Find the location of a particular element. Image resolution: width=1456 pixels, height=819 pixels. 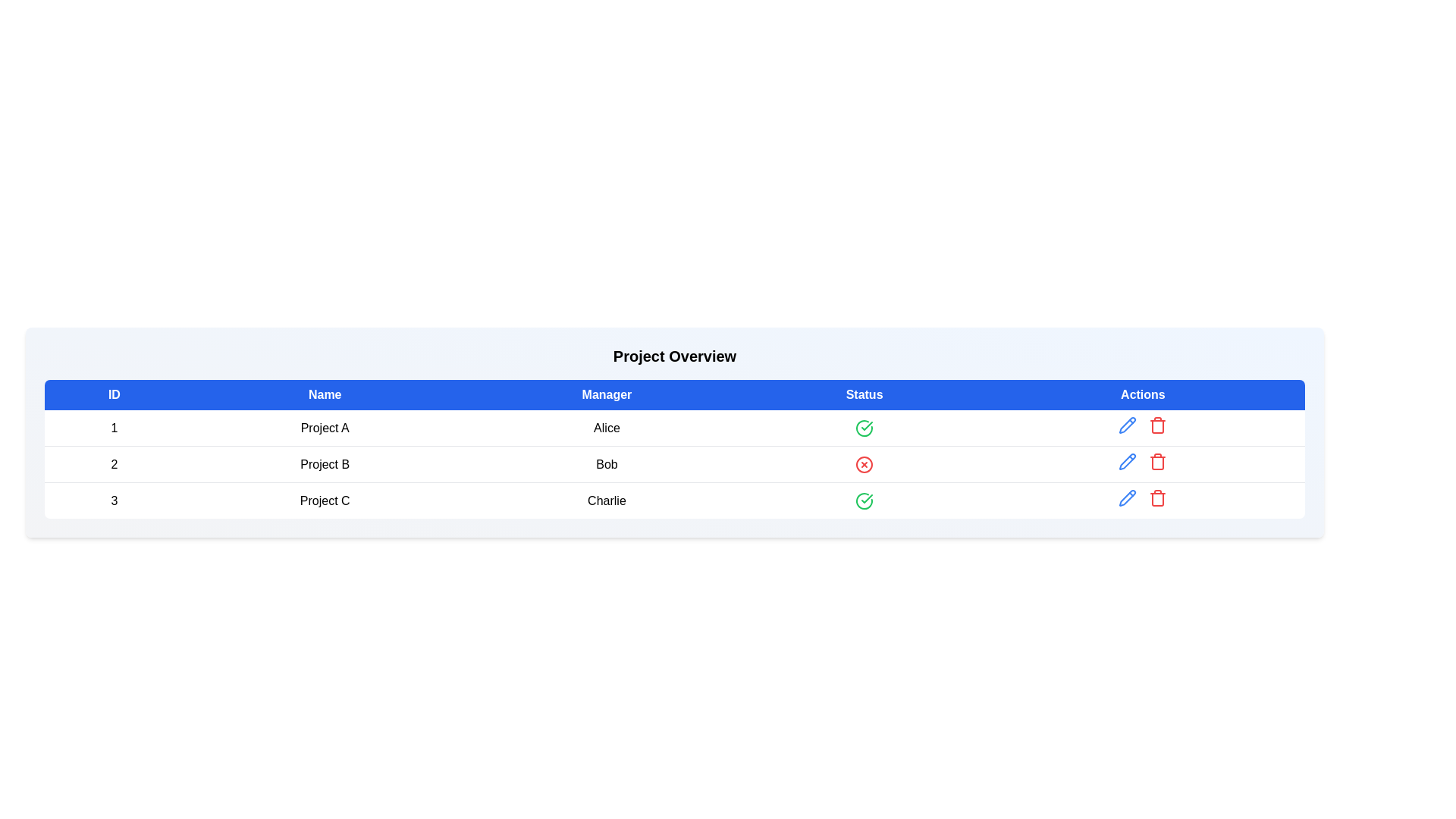

the green circular icon with a check mark in the 'Status' column of the third row for the project managed by Charlie is located at coordinates (864, 428).